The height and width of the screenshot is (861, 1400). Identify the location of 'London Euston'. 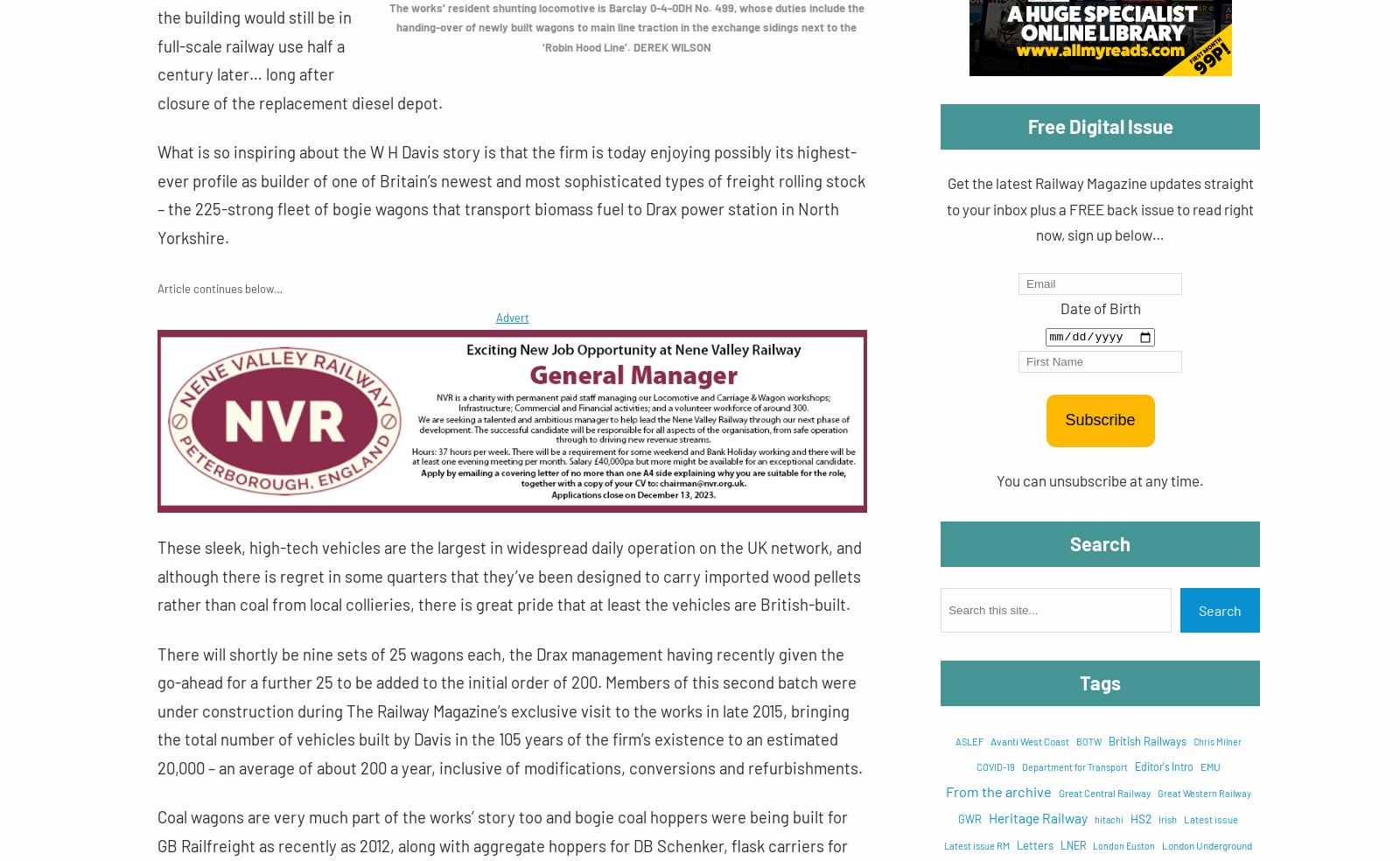
(1091, 844).